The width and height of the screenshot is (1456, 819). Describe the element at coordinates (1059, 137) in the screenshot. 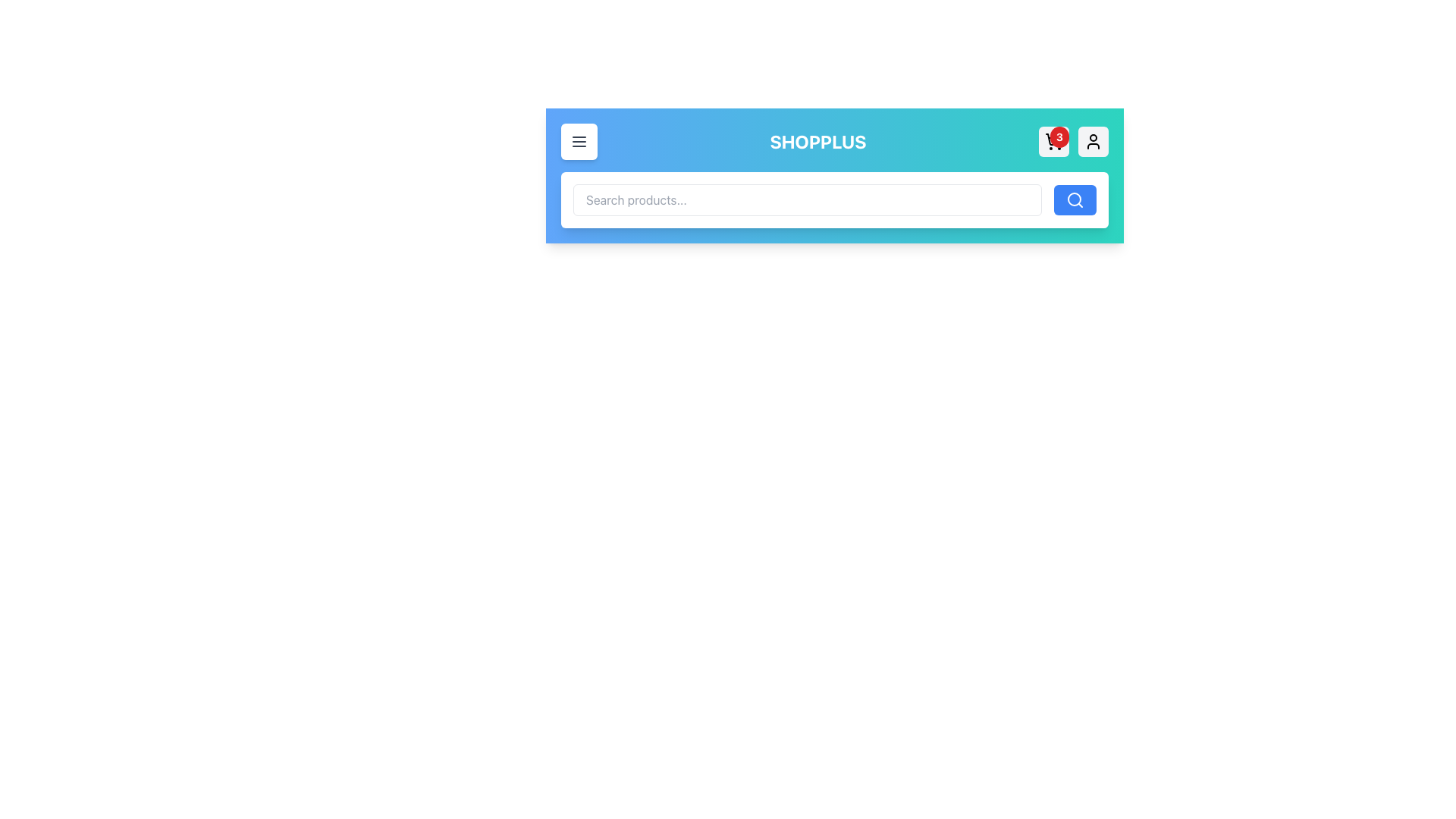

I see `the badge that displays the count of items in the shopping cart, located at the top-right corner of the shopping cart icon` at that location.